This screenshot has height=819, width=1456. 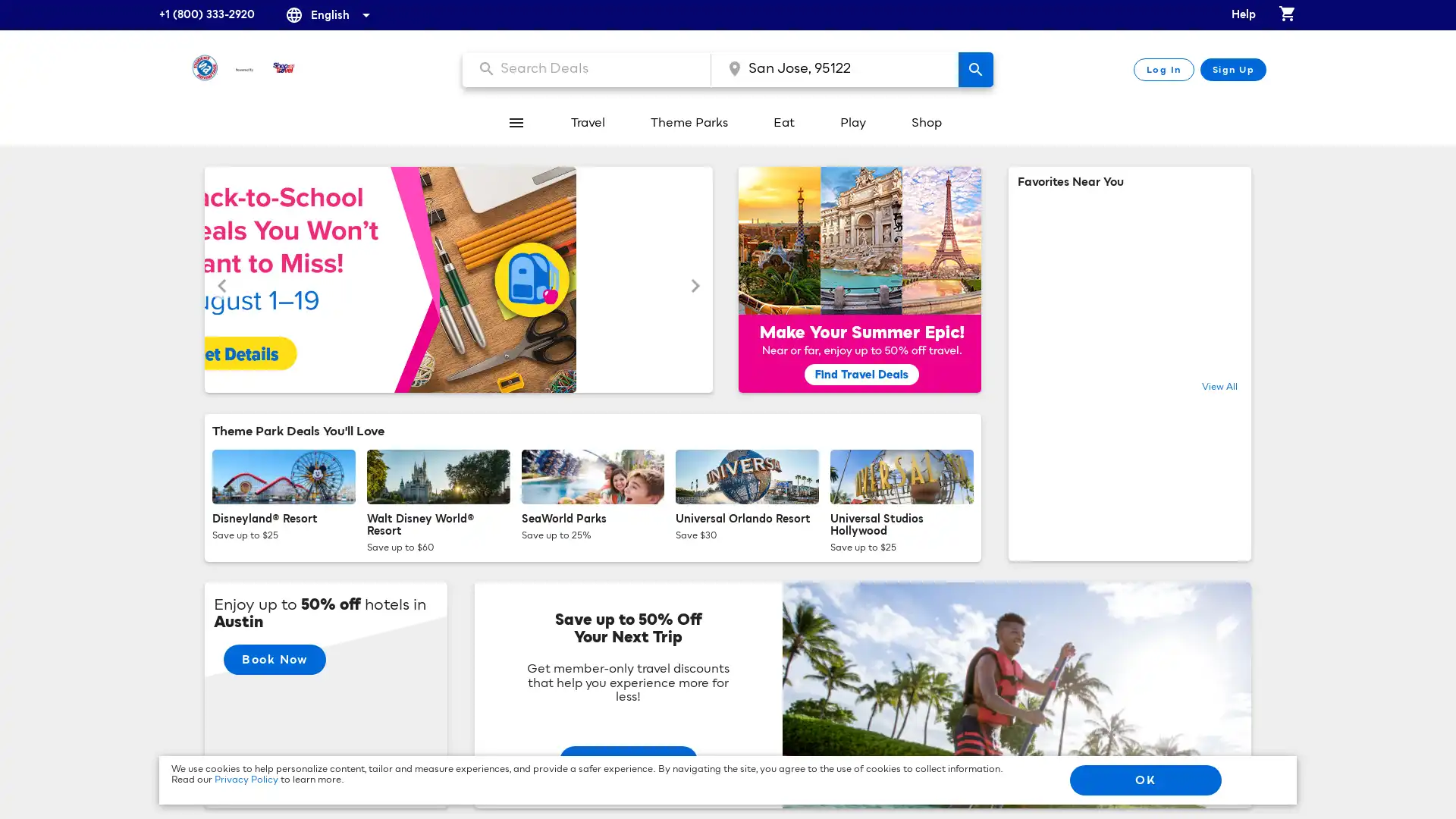 What do you see at coordinates (1219, 541) in the screenshot?
I see `View All` at bounding box center [1219, 541].